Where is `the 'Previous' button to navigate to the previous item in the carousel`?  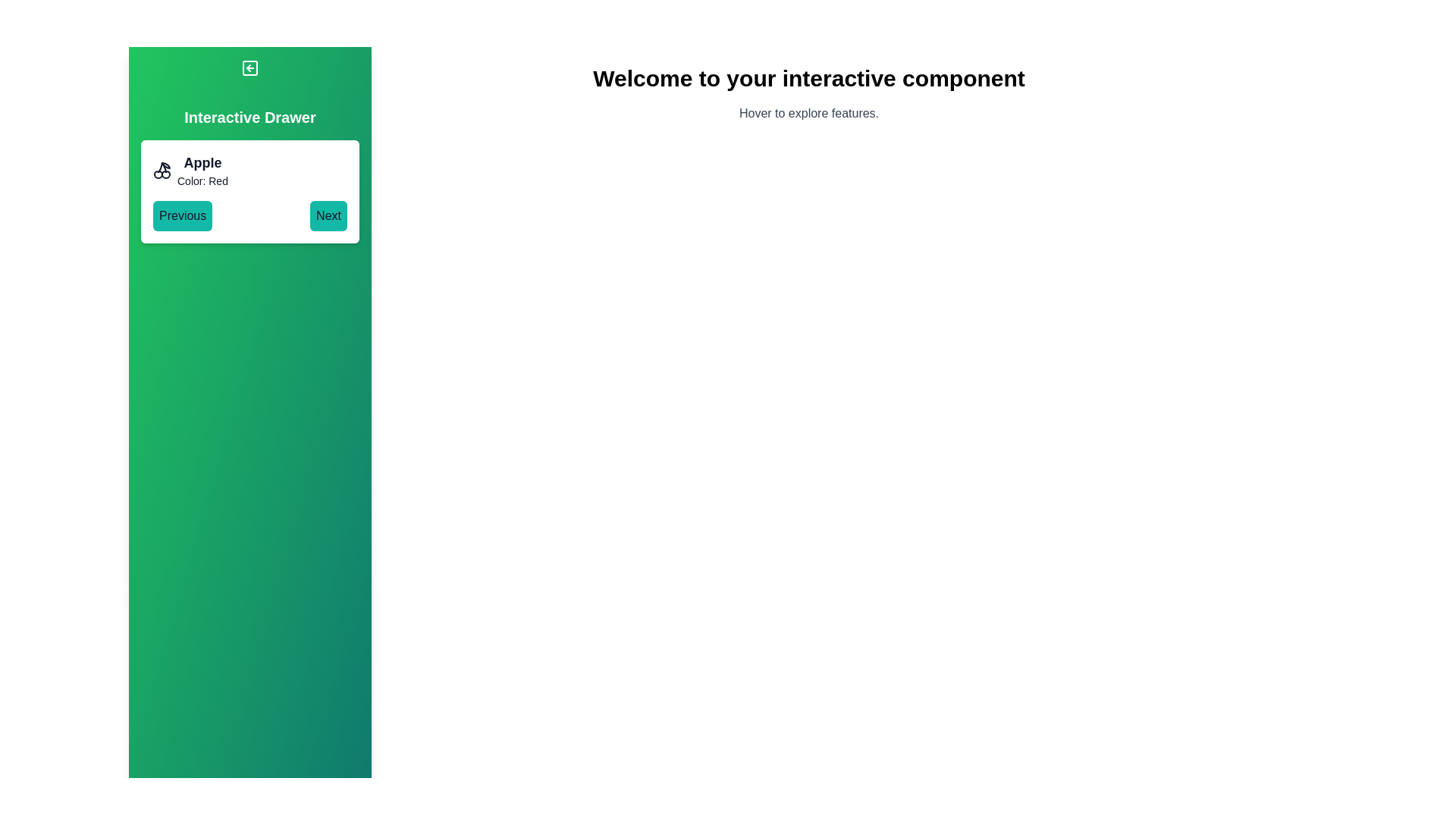 the 'Previous' button to navigate to the previous item in the carousel is located at coordinates (182, 216).